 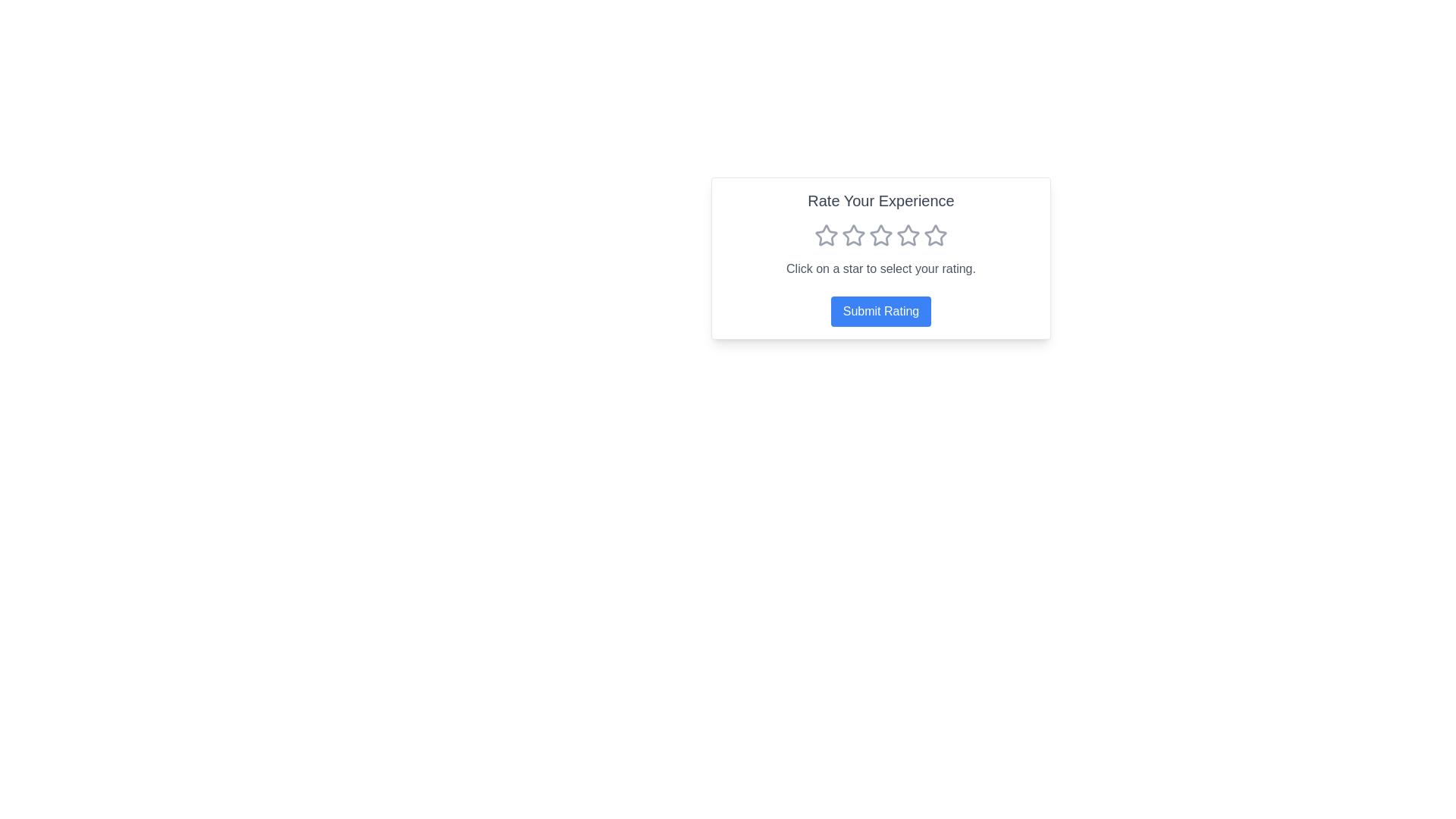 What do you see at coordinates (880, 311) in the screenshot?
I see `the submit button located at the bottom of the card component, which is centered horizontally and is used to submit the user's selected rating` at bounding box center [880, 311].